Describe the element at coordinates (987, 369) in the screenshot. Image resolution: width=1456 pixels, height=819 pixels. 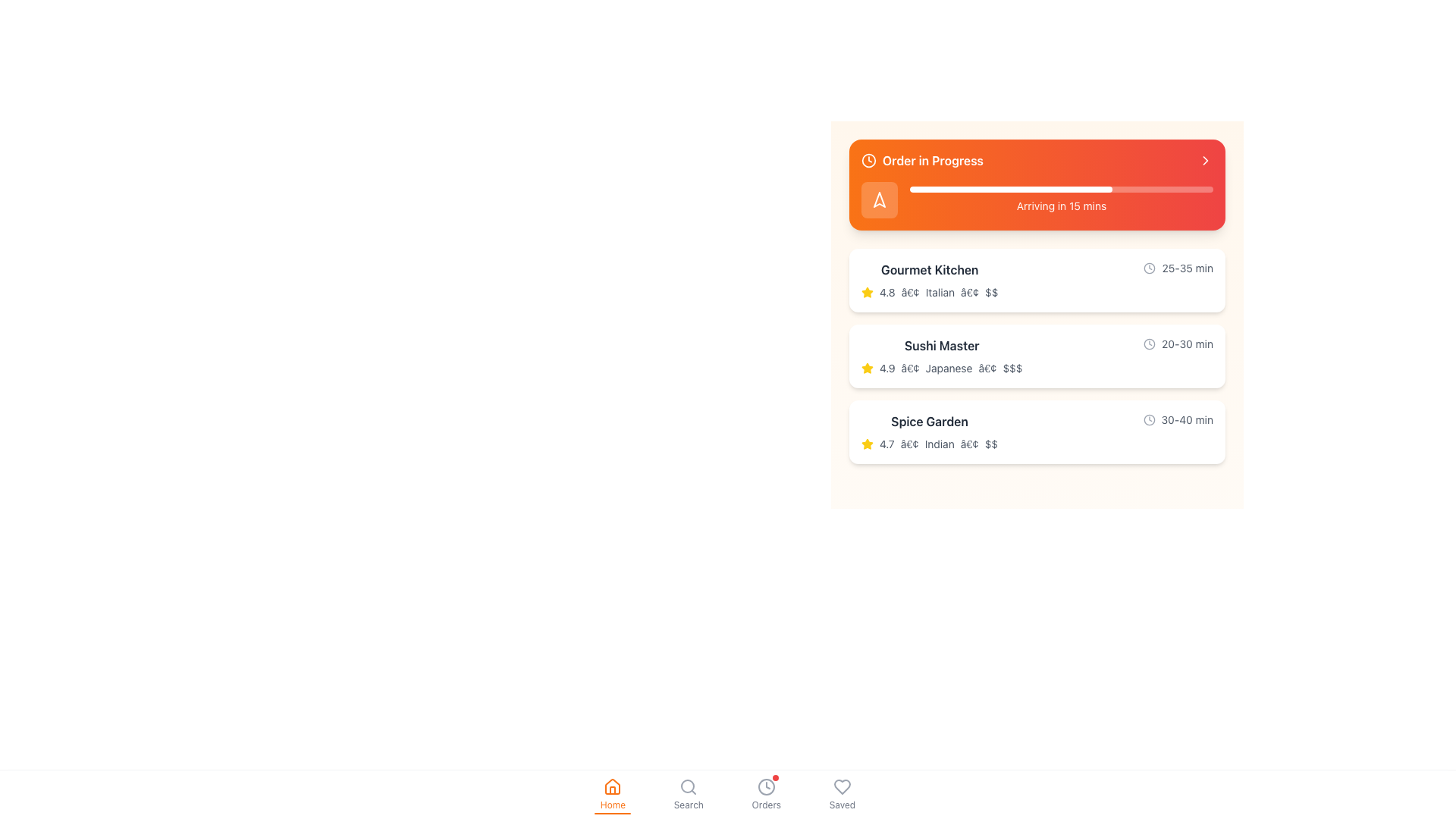
I see `the decorative separator text symbol located in the second entry of the restaurant list, positioned between 'Japanese' and '$$$', to visually segment the data for better readability` at that location.